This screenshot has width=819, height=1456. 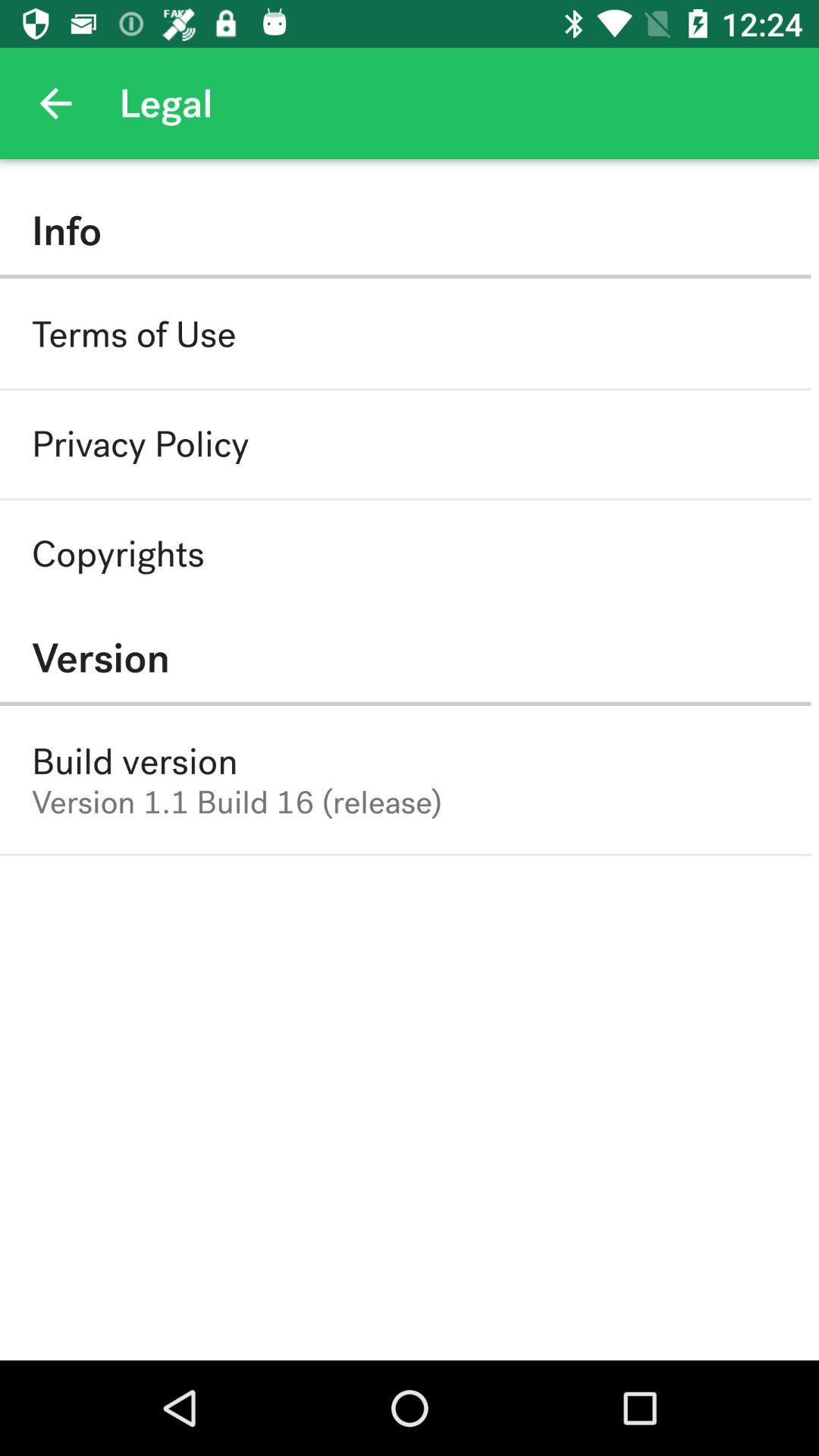 I want to click on the icon next to the legal, so click(x=55, y=102).